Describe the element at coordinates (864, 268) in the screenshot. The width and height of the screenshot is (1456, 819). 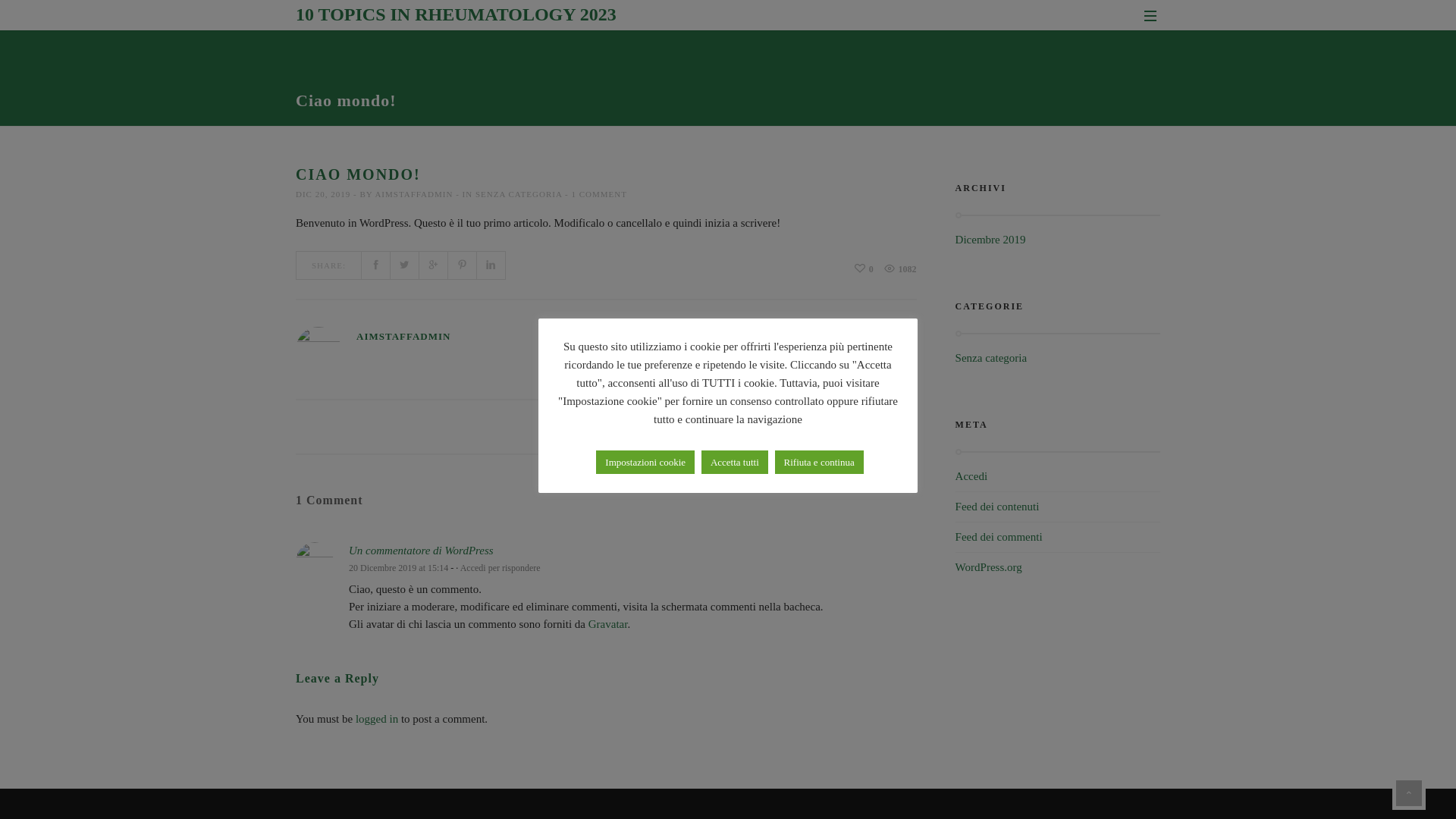
I see `'0'` at that location.